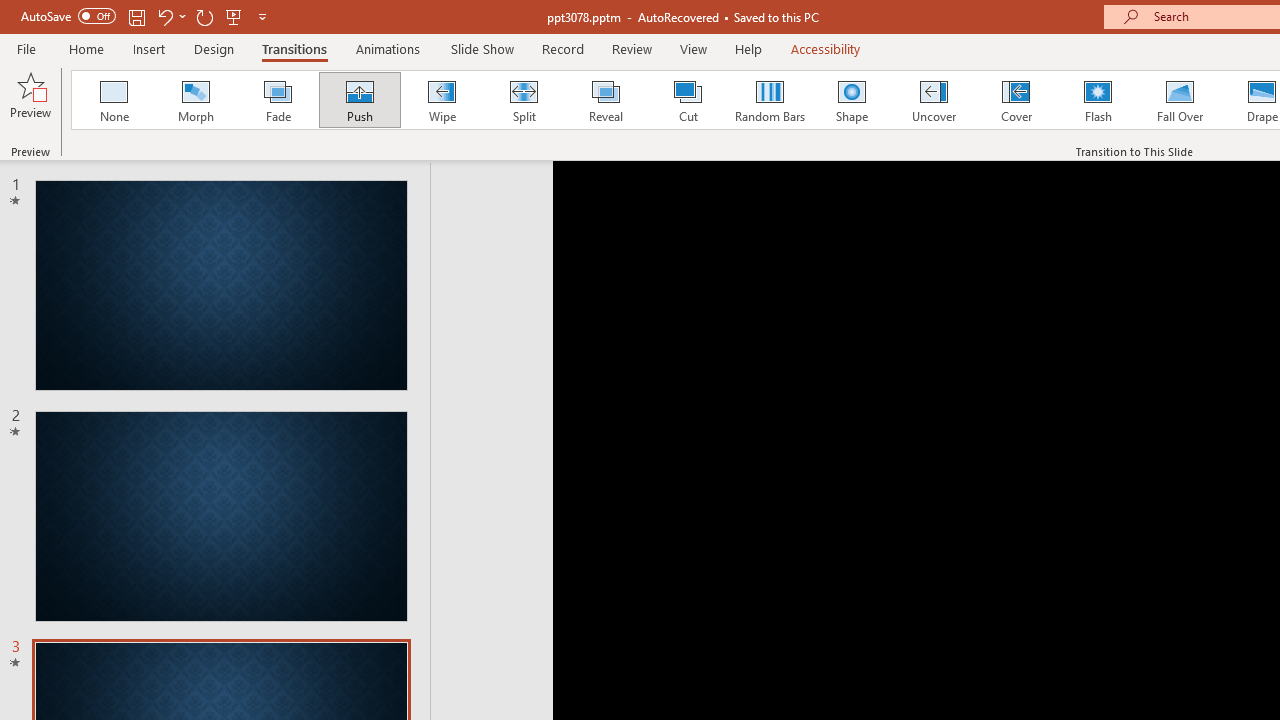 This screenshot has height=720, width=1280. What do you see at coordinates (1097, 100) in the screenshot?
I see `'Flash'` at bounding box center [1097, 100].